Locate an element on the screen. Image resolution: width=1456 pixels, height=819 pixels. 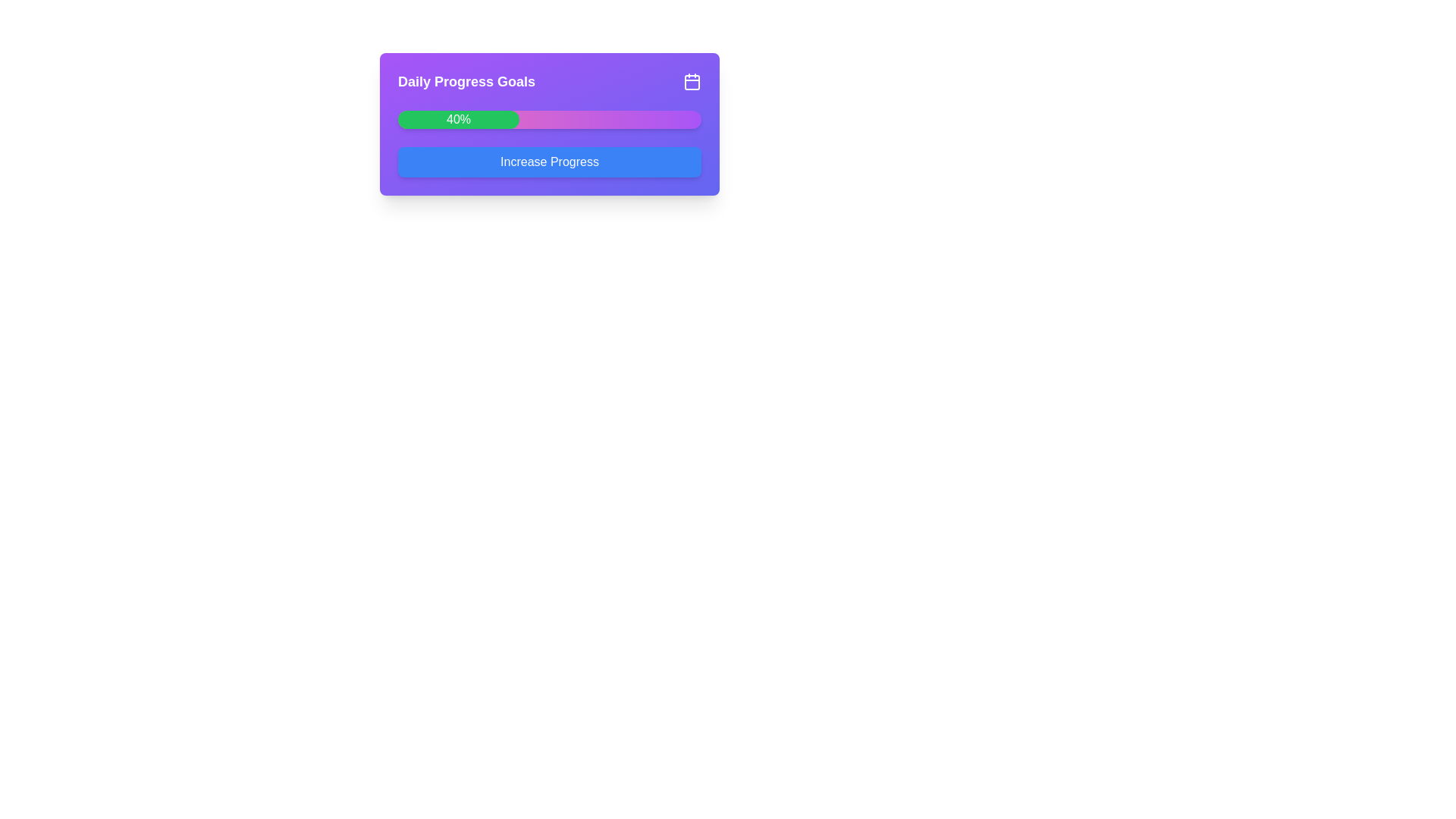
the Progress Bar Segment which is a rounded rectangular area with a green background showing '40%' text, located on the left side of the larger progress bar with a gradient purple-pink background is located at coordinates (457, 119).